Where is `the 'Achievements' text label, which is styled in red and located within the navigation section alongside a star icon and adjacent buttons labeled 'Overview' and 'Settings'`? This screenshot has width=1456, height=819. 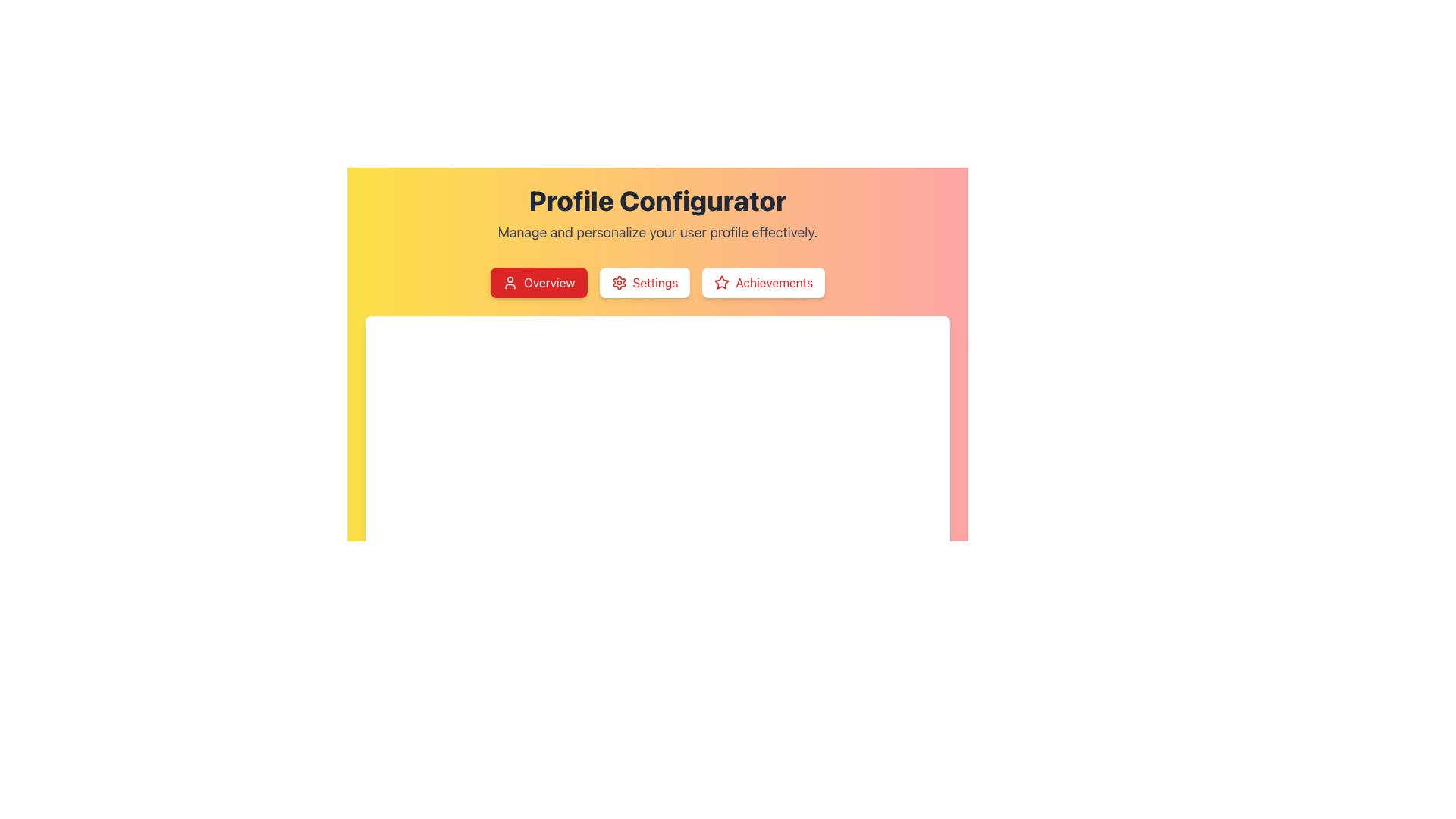 the 'Achievements' text label, which is styled in red and located within the navigation section alongside a star icon and adjacent buttons labeled 'Overview' and 'Settings' is located at coordinates (774, 283).